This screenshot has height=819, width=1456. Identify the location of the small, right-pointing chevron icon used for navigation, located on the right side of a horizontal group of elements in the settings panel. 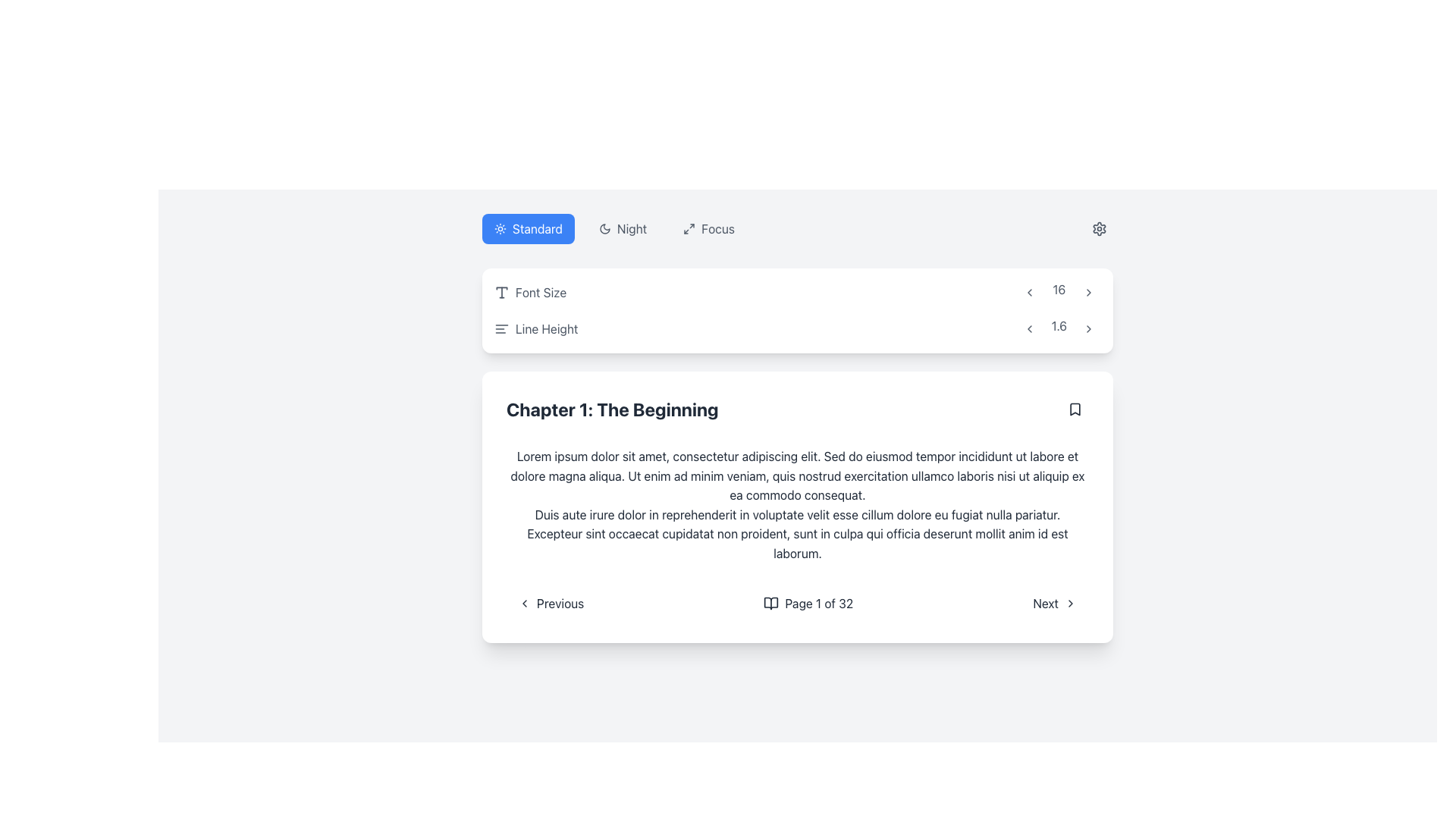
(1087, 328).